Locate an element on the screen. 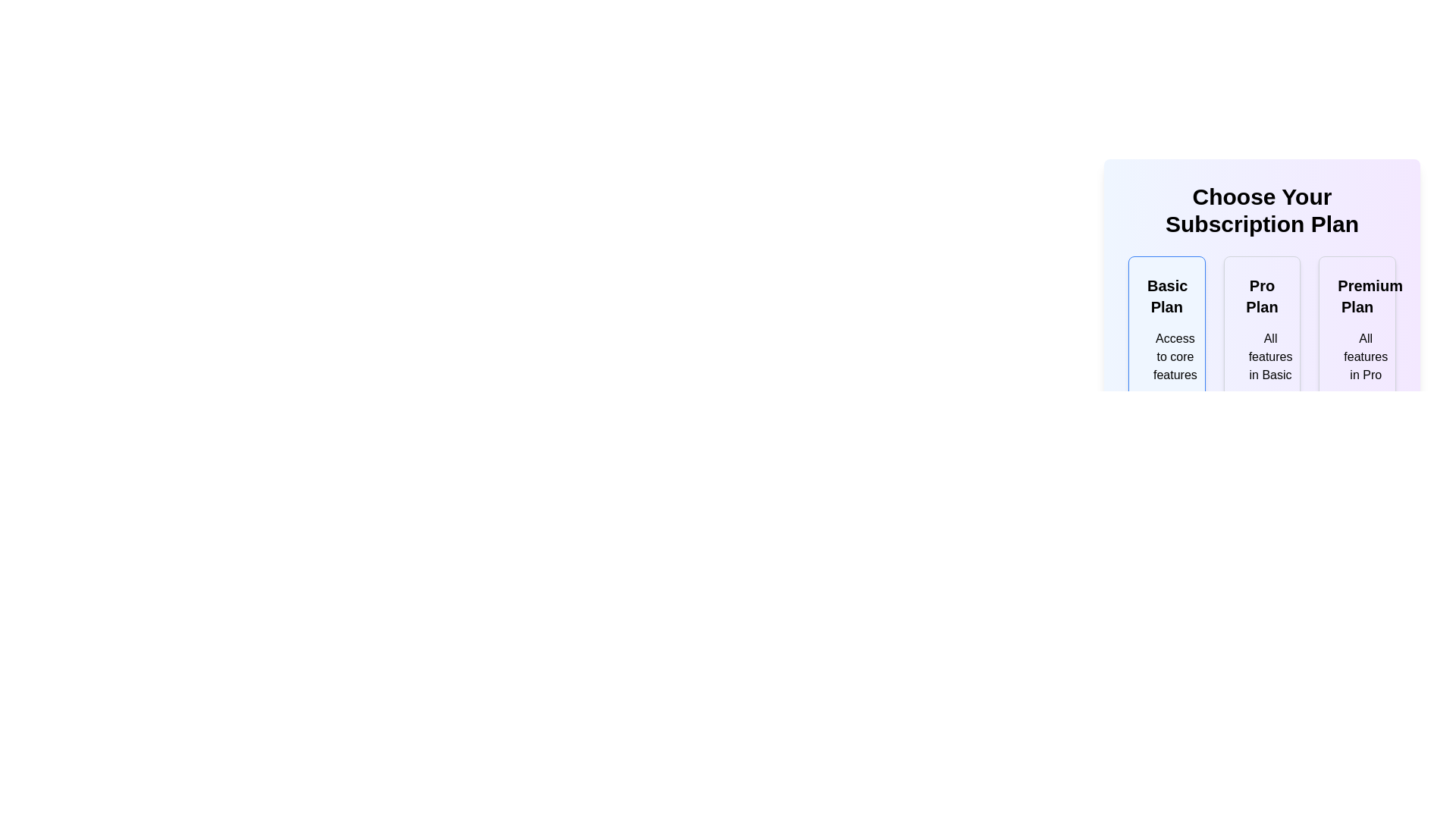  the Text label that indicates features included in the 'Pro Plan' under the 'Basic' plan section is located at coordinates (1270, 356).